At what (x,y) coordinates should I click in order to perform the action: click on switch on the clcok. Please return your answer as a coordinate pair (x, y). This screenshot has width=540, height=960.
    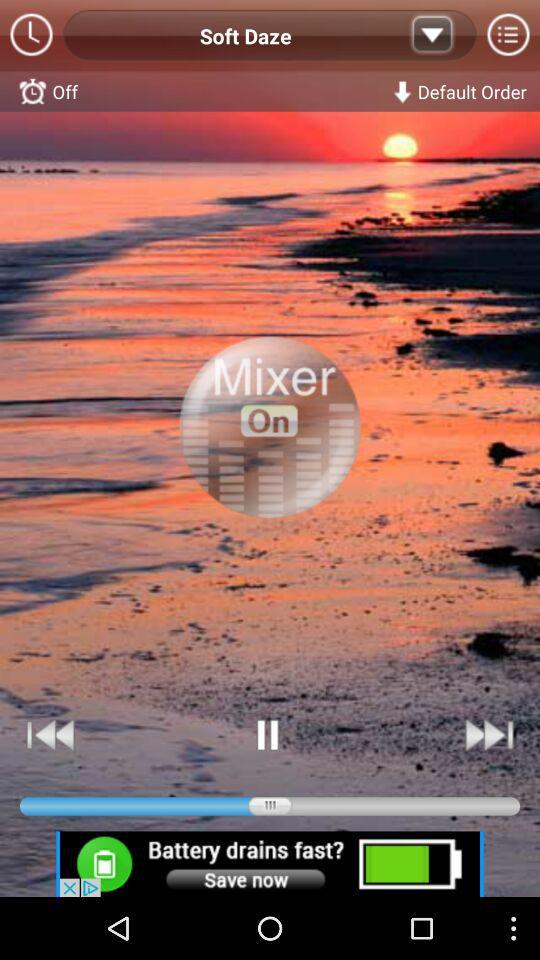
    Looking at the image, I should click on (30, 35).